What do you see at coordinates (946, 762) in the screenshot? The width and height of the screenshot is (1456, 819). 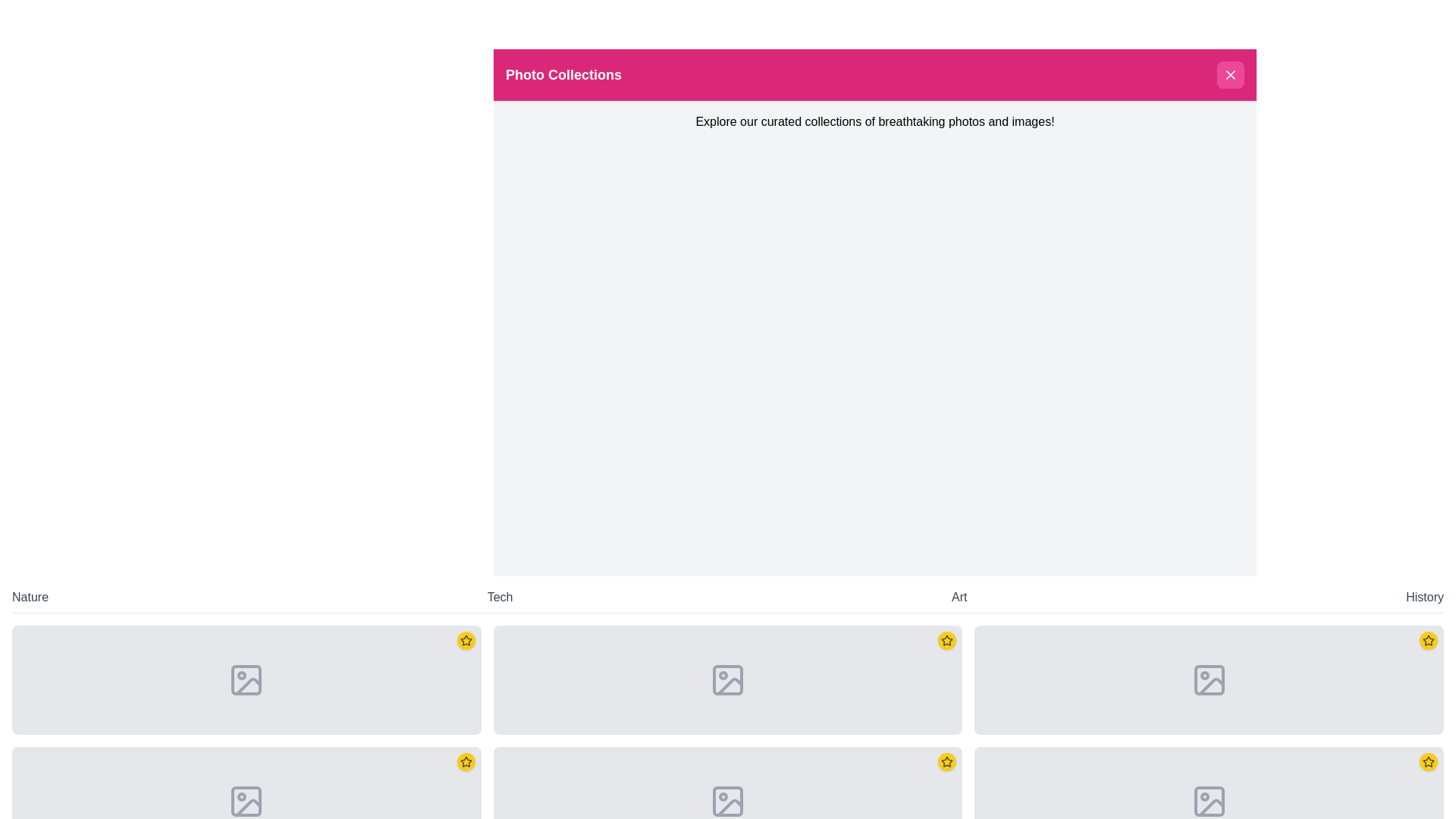 I see `the star-shaped icon outlined with a thin stroke and styled in yellow, located at the top-right corner of the image placeholder in the third column under the 'Art' category` at bounding box center [946, 762].